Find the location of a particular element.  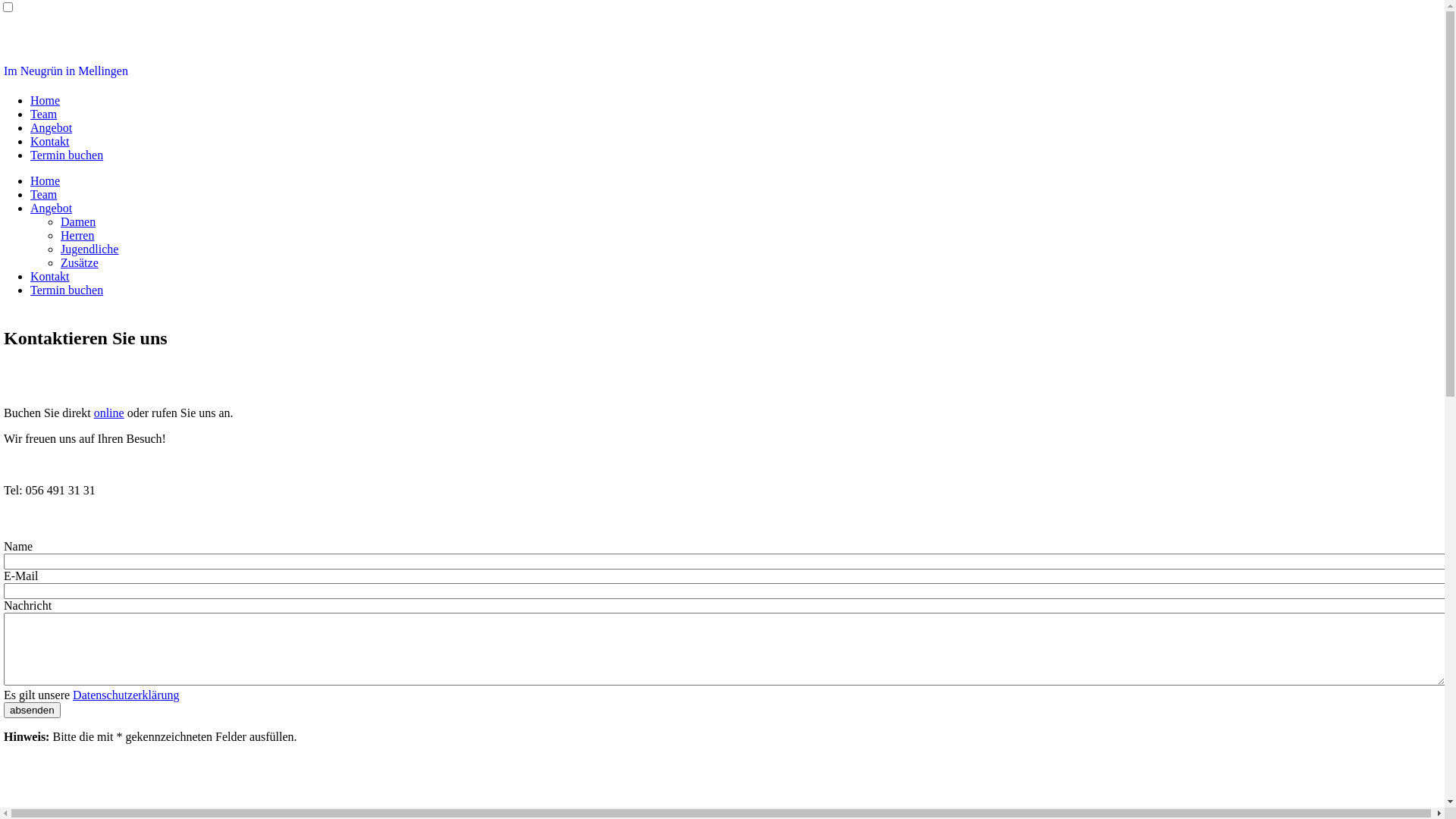

'absenden' is located at coordinates (32, 710).